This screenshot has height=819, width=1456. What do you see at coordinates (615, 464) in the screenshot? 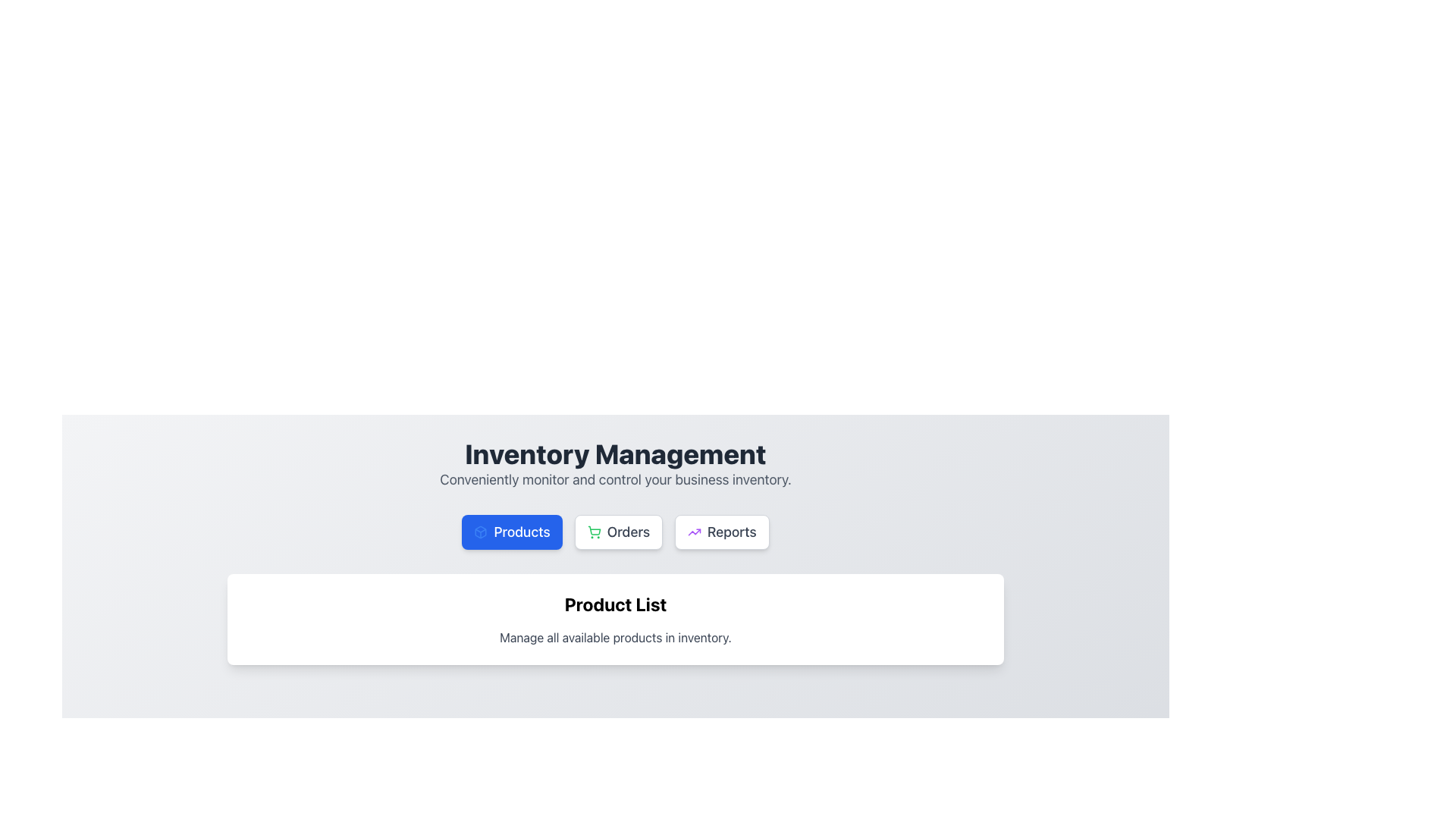
I see `the Text Block that provides a heading and description for the inventory management section, located near the top of the section above the buttons labeled 'Products,' 'Orders,' and 'Reports.'` at bounding box center [615, 464].